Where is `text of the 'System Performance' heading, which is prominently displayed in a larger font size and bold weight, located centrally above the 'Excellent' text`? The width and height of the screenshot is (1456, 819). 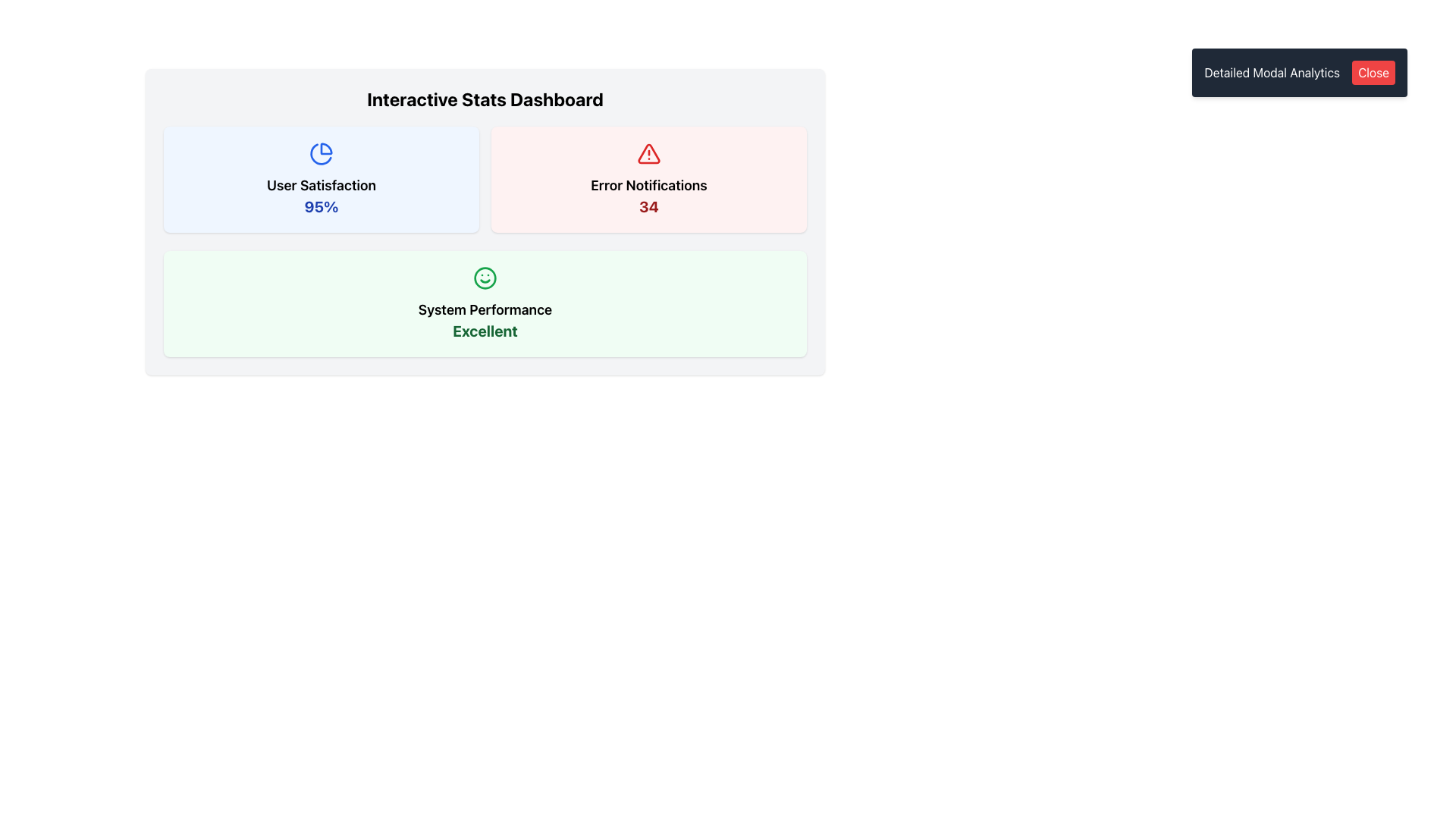 text of the 'System Performance' heading, which is prominently displayed in a larger font size and bold weight, located centrally above the 'Excellent' text is located at coordinates (484, 309).